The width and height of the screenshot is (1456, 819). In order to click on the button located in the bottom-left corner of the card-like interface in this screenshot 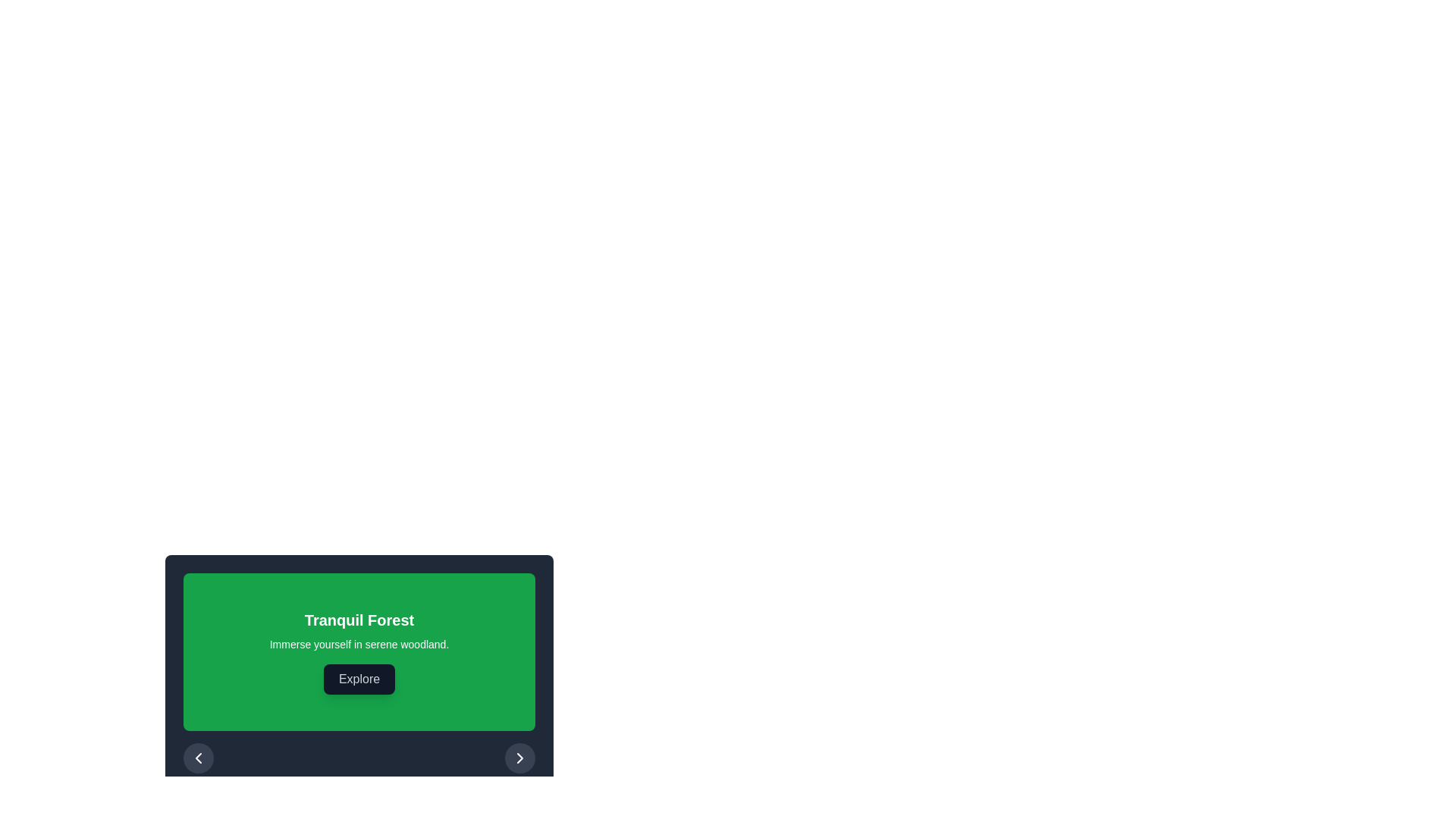, I will do `click(198, 758)`.